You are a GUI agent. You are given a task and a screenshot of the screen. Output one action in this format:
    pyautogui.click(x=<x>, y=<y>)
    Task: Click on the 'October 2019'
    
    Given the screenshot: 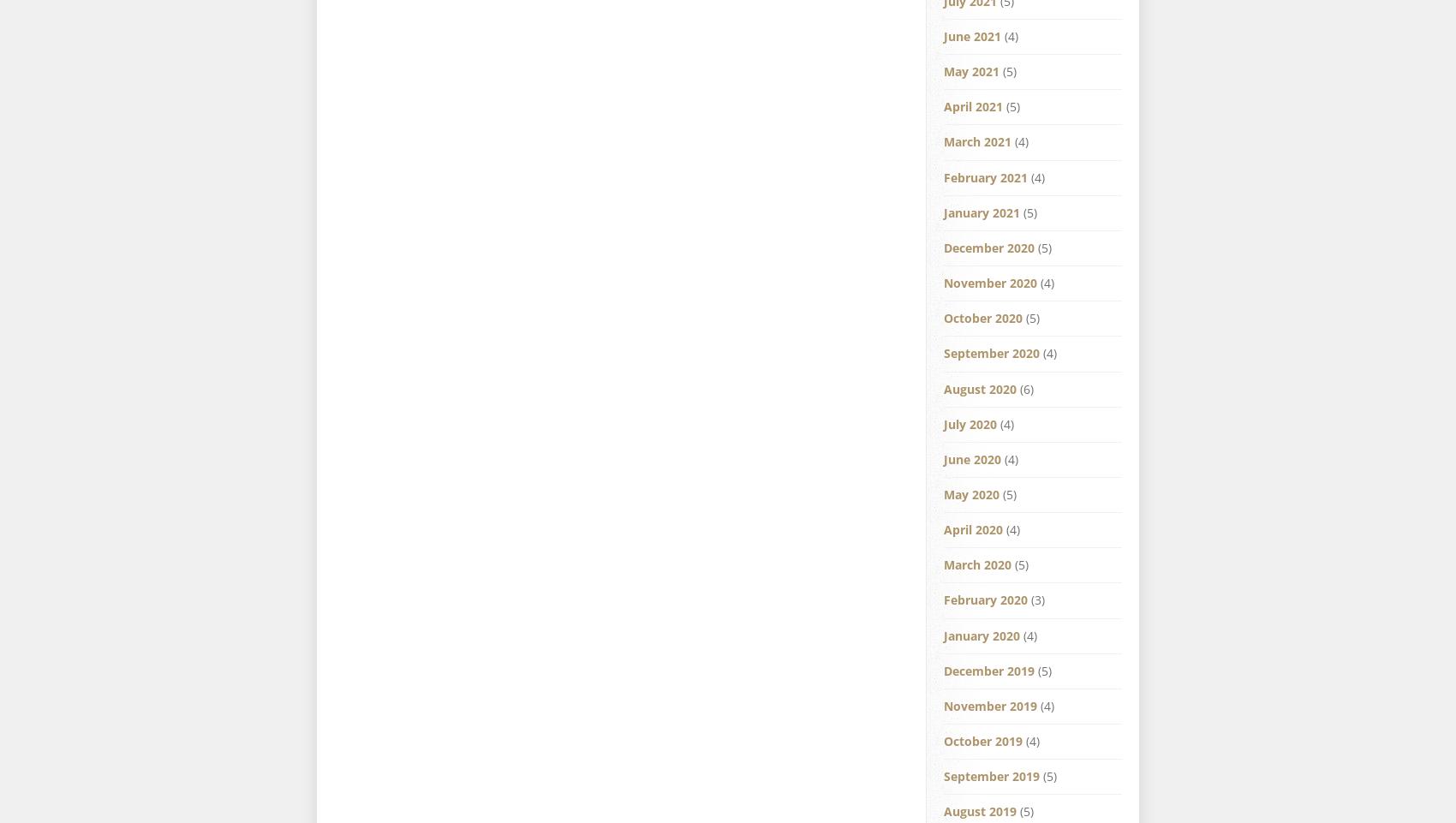 What is the action you would take?
    pyautogui.click(x=983, y=740)
    